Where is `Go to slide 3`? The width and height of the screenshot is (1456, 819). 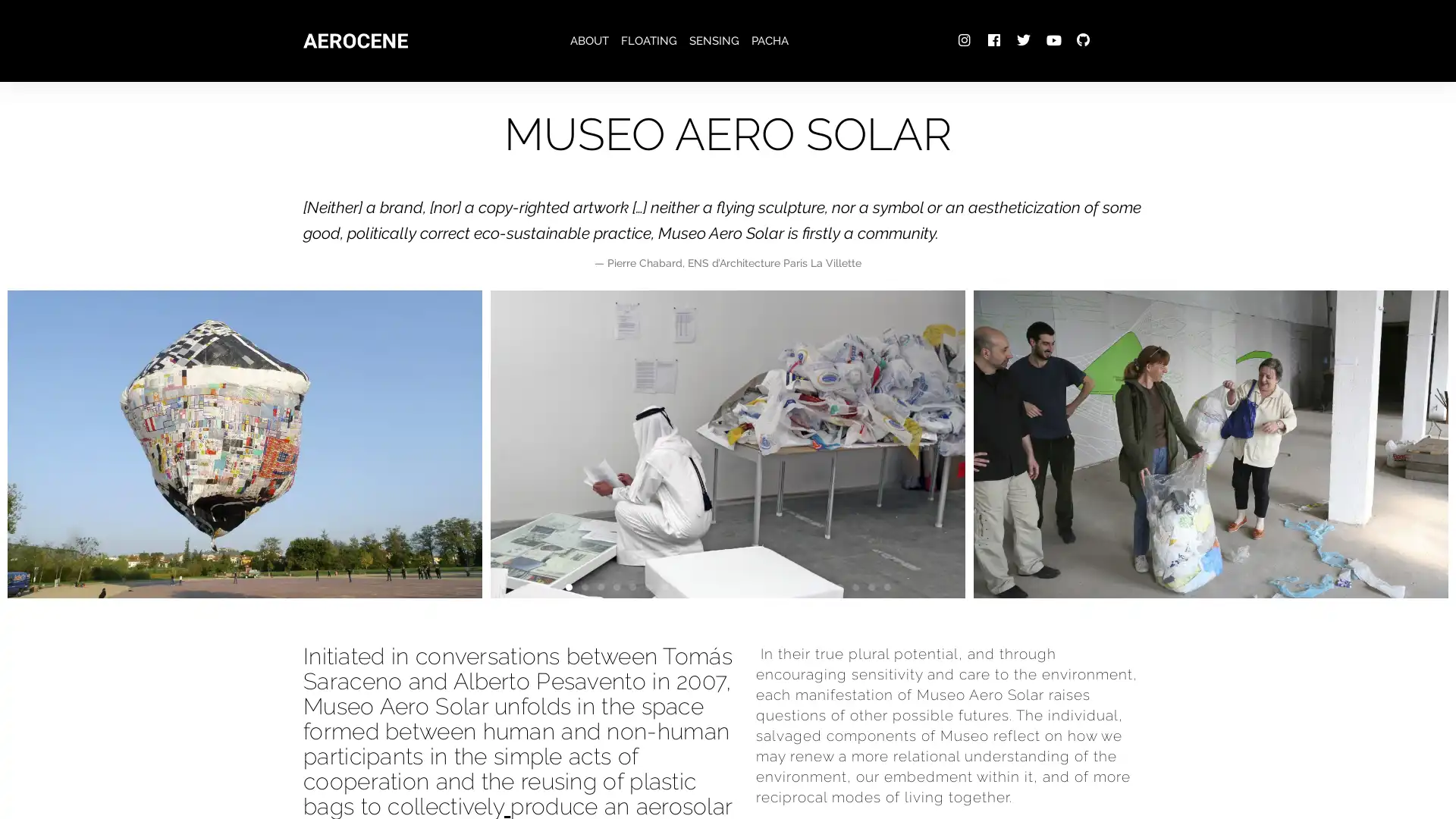 Go to slide 3 is located at coordinates (599, 586).